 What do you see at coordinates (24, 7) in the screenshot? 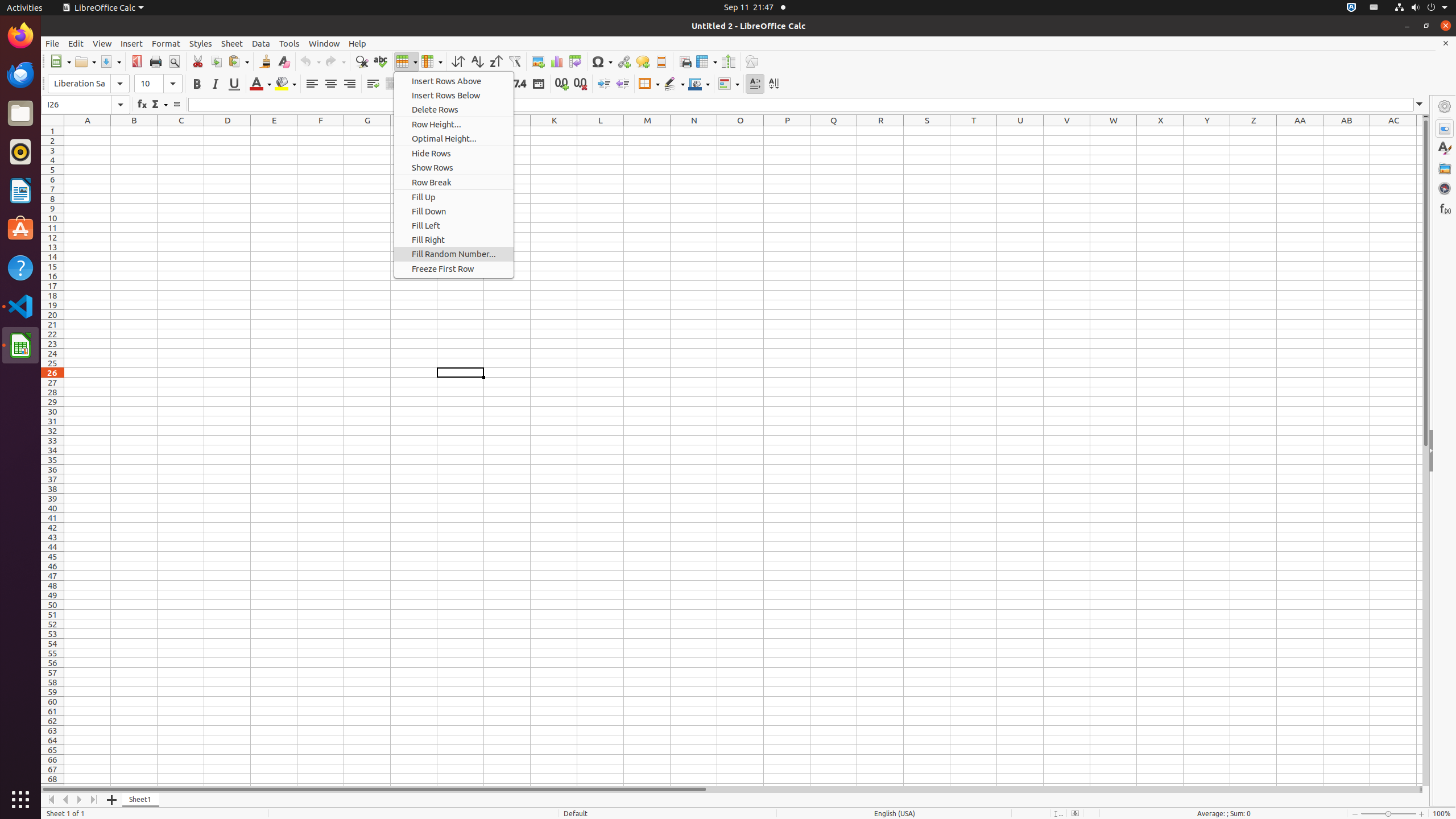
I see `'Activities'` at bounding box center [24, 7].